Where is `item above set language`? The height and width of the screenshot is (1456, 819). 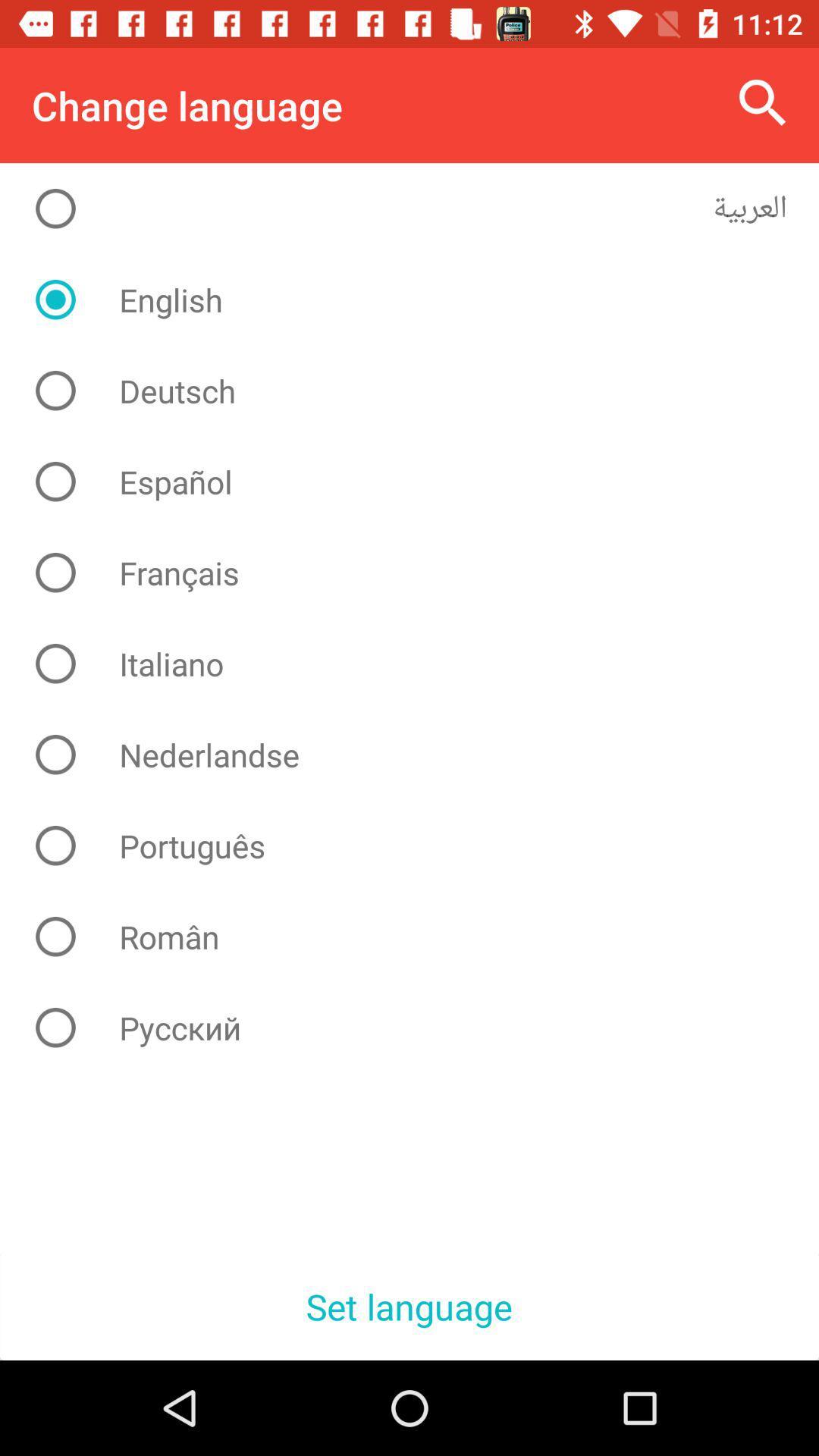
item above set language is located at coordinates (421, 1028).